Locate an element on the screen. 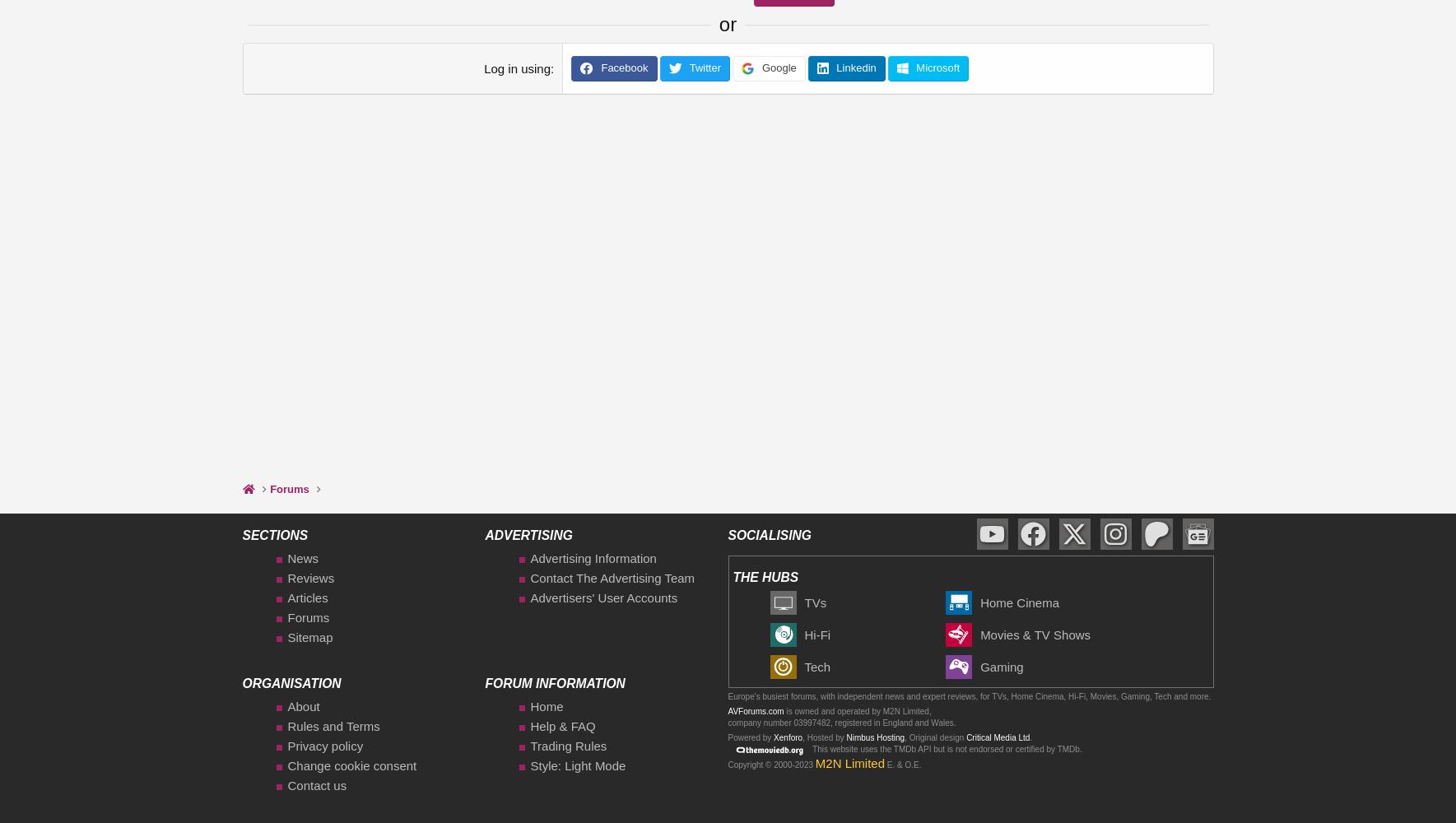 The height and width of the screenshot is (823, 1456). 'Facebook' is located at coordinates (621, 67).